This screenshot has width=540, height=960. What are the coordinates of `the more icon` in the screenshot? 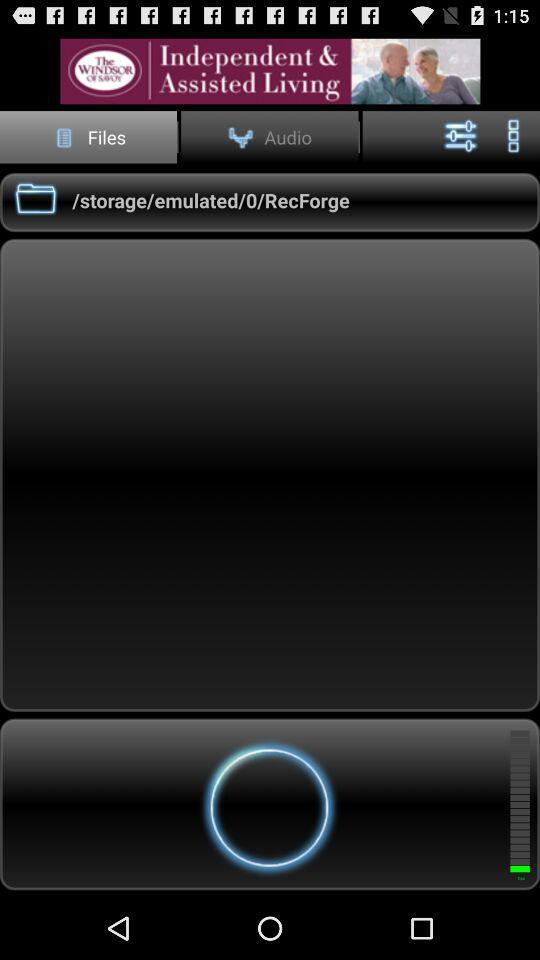 It's located at (513, 144).